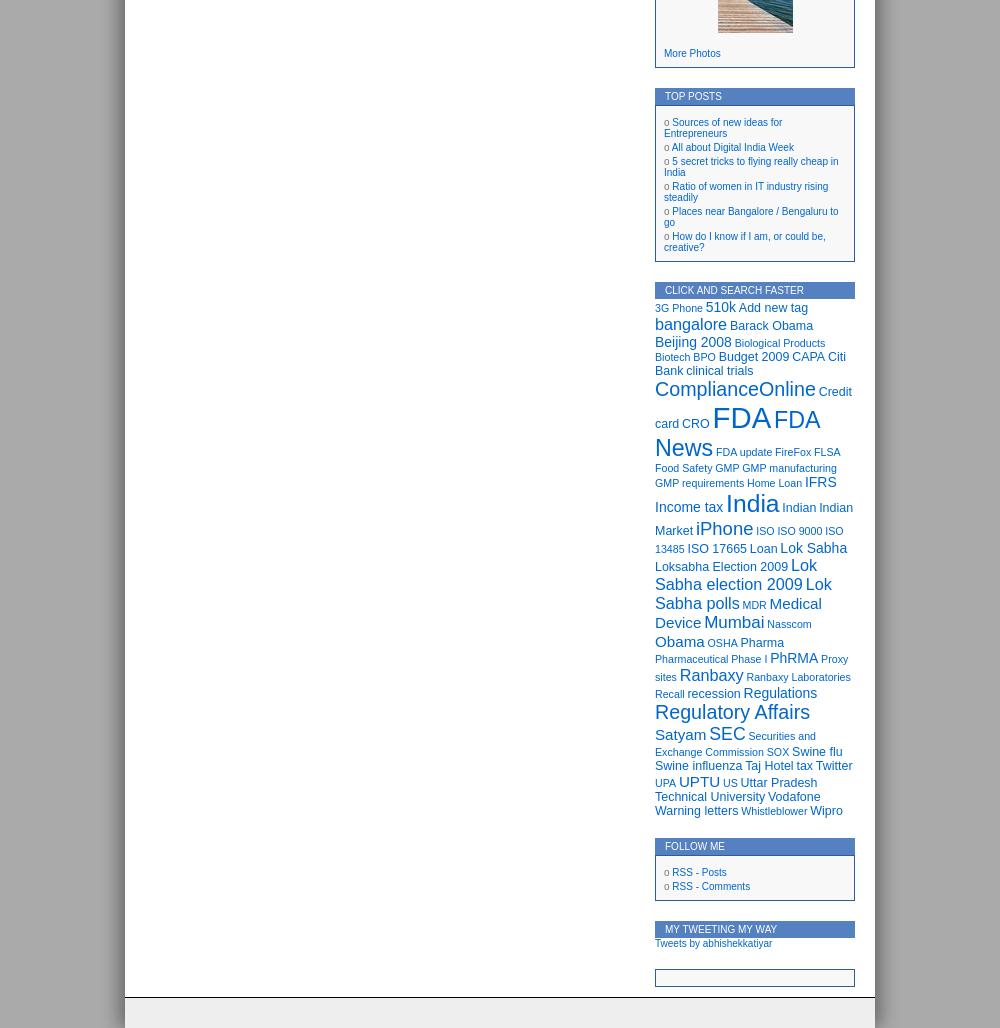  What do you see at coordinates (698, 871) in the screenshot?
I see `'RSS - Posts'` at bounding box center [698, 871].